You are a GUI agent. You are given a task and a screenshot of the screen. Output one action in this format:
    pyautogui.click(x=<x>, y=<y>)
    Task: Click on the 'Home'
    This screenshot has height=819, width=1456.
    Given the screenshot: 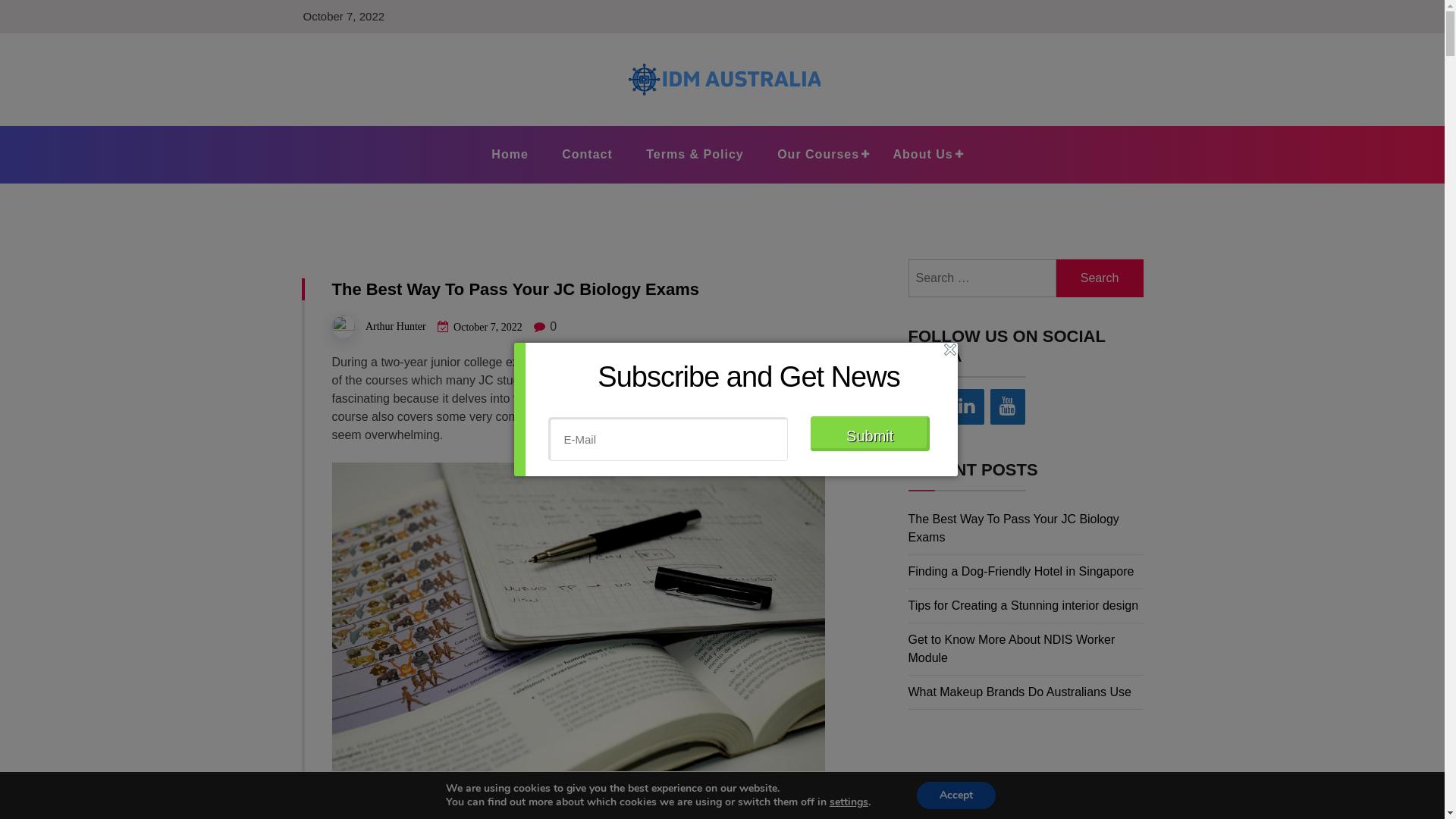 What is the action you would take?
    pyautogui.click(x=510, y=155)
    